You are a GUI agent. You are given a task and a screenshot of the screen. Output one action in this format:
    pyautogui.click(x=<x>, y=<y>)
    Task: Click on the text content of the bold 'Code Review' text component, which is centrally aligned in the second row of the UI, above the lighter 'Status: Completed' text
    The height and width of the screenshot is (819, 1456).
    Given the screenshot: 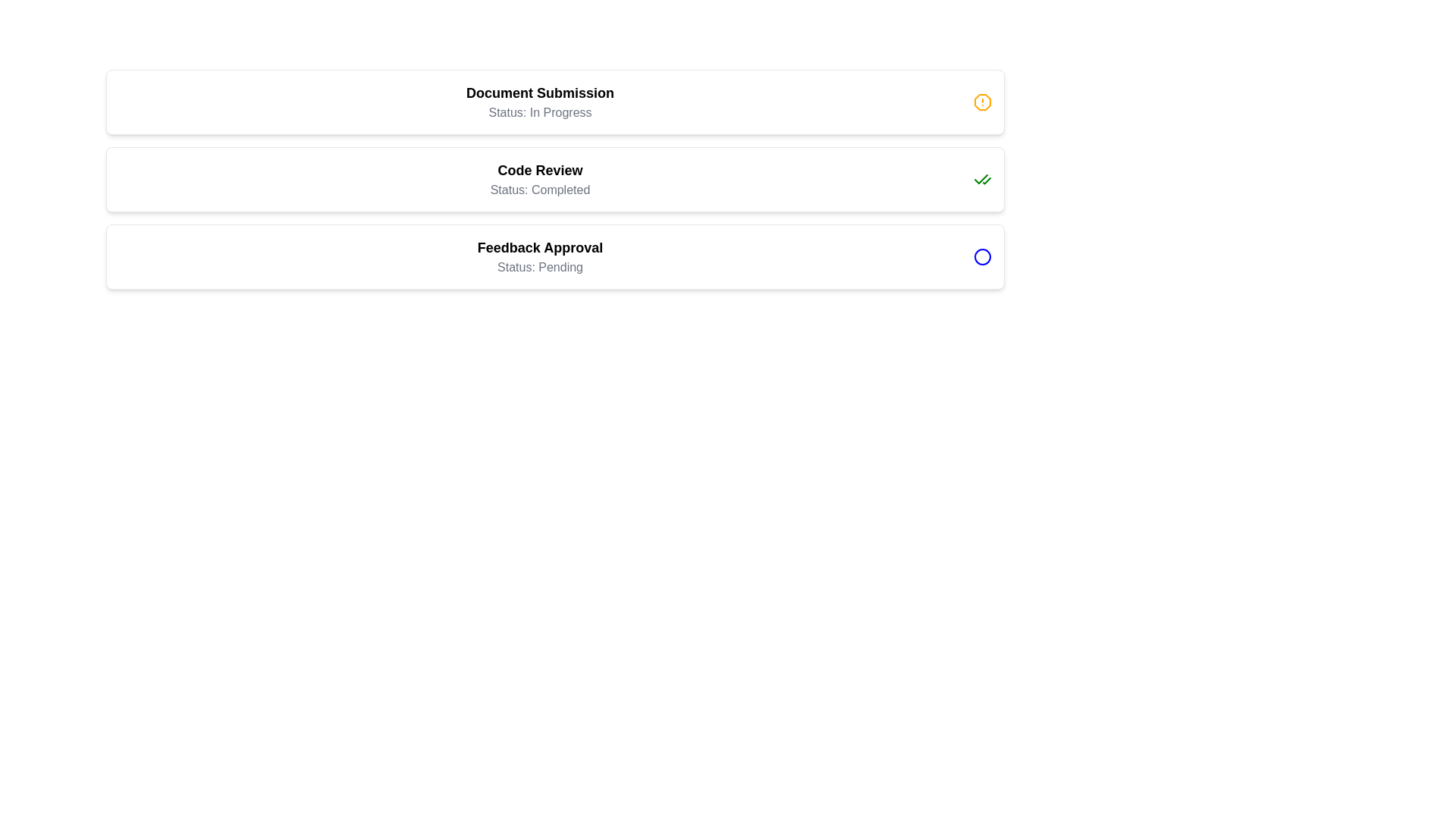 What is the action you would take?
    pyautogui.click(x=540, y=170)
    